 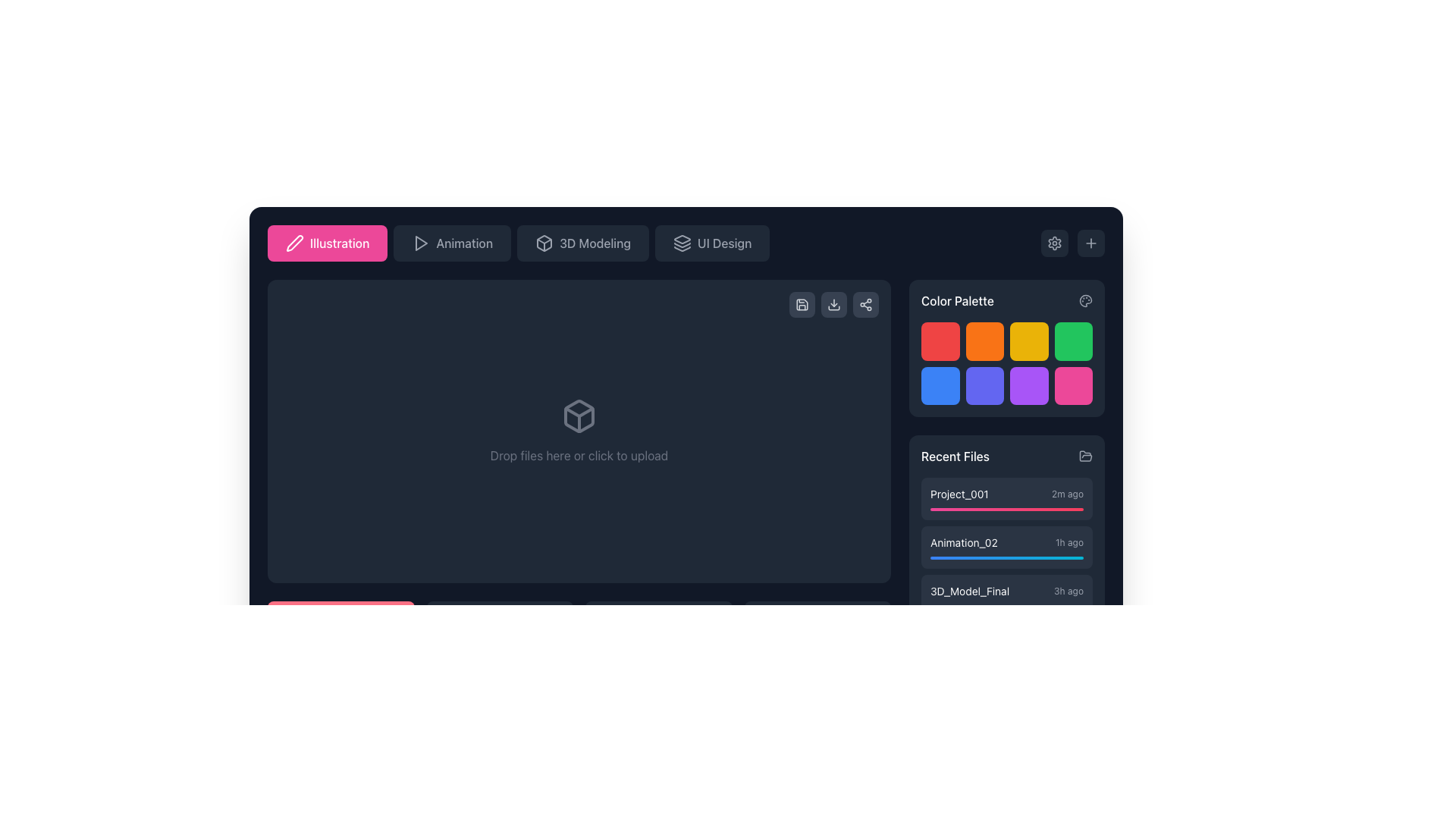 I want to click on the timestamp text label indicating the time elapsed since the '3D_Model_Final' file was last modified, located in the 'Recent Files' section on the right sidebar, so click(x=1068, y=590).